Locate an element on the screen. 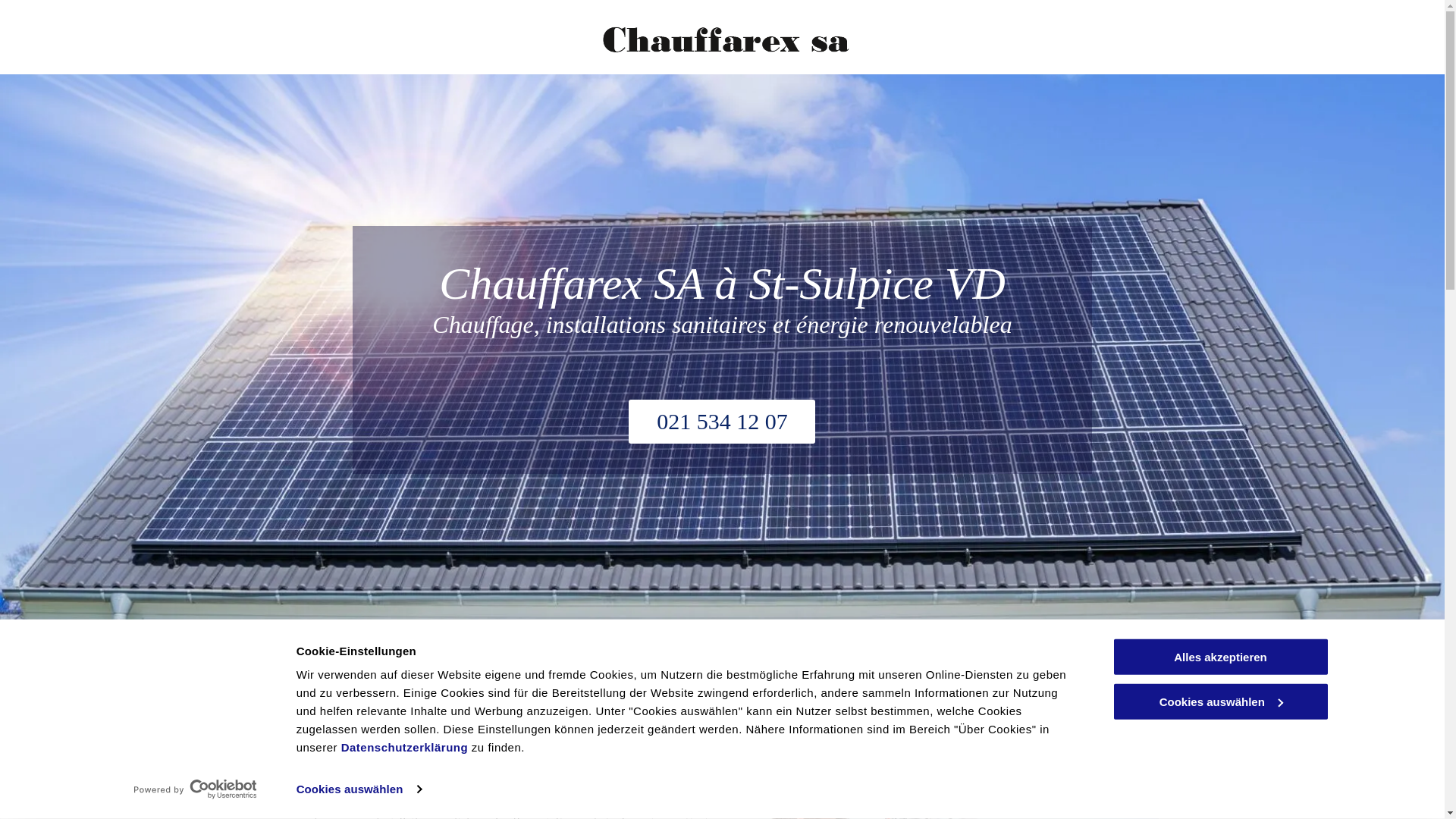  '021 534 12 07' is located at coordinates (720, 421).